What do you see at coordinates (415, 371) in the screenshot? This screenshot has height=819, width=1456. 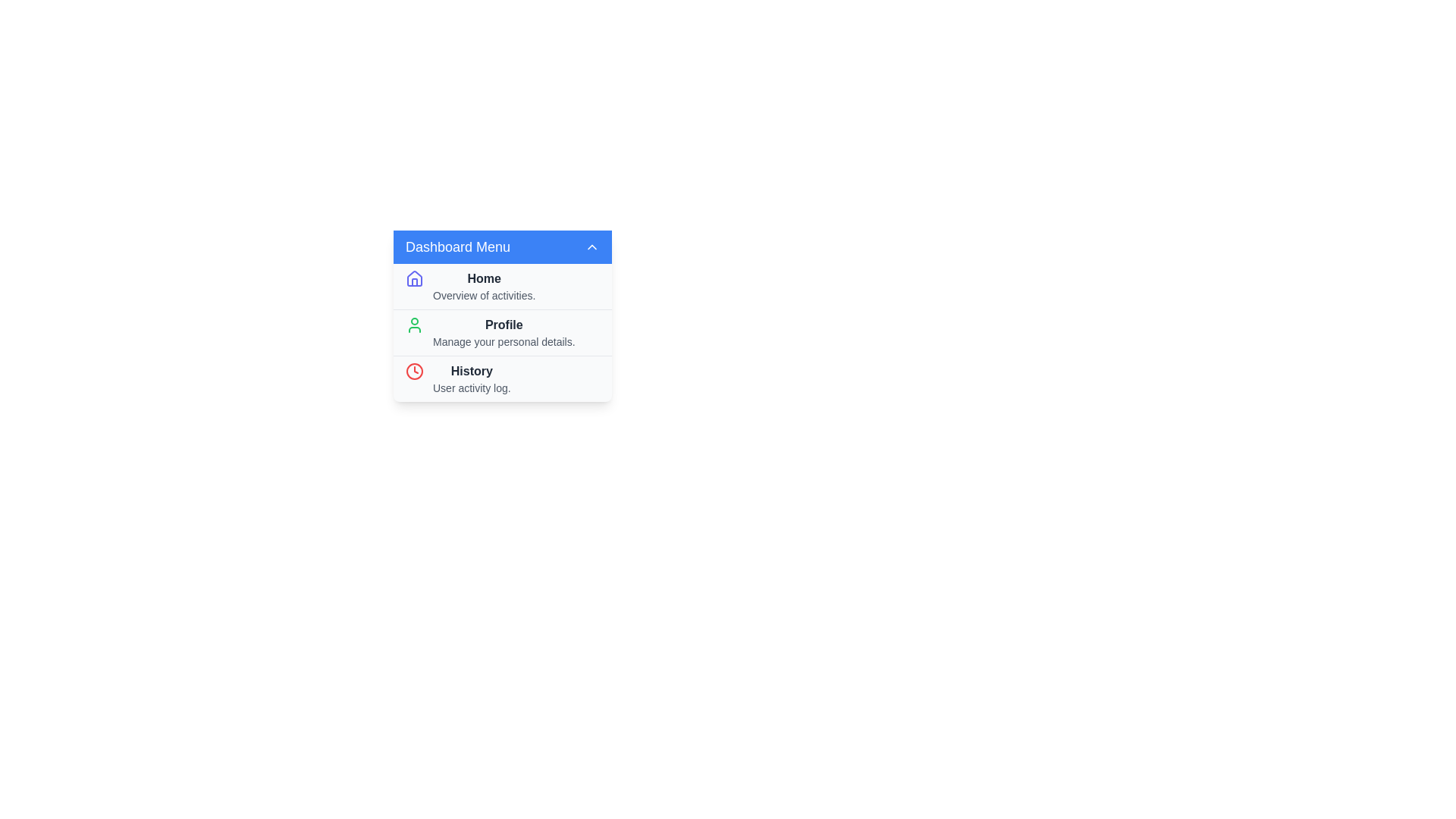 I see `the circular border of the clock icon at the bottom of the 'History' menu in the dashboard` at bounding box center [415, 371].